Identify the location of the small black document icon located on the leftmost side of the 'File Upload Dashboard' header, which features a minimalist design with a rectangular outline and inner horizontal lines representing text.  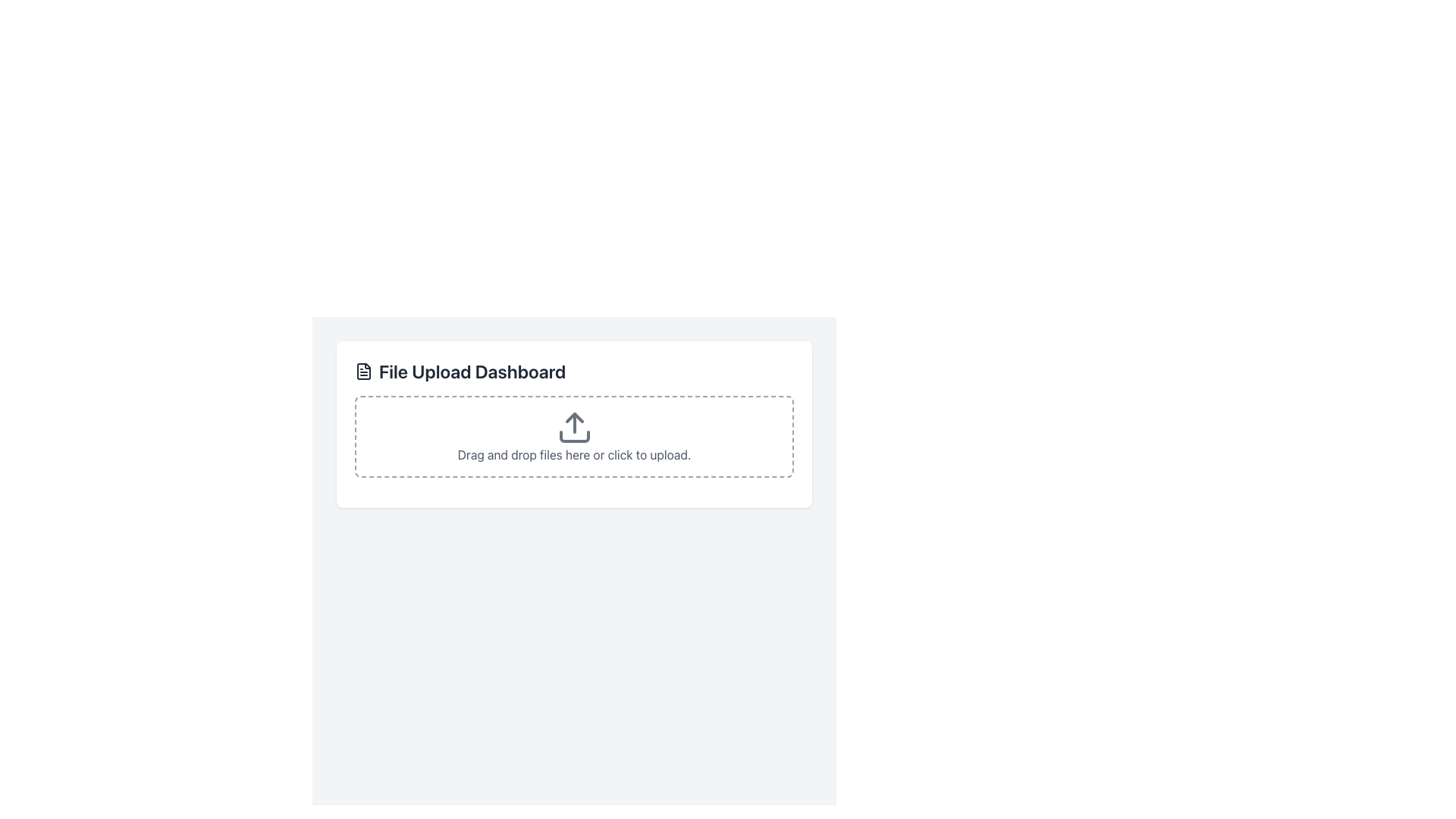
(364, 371).